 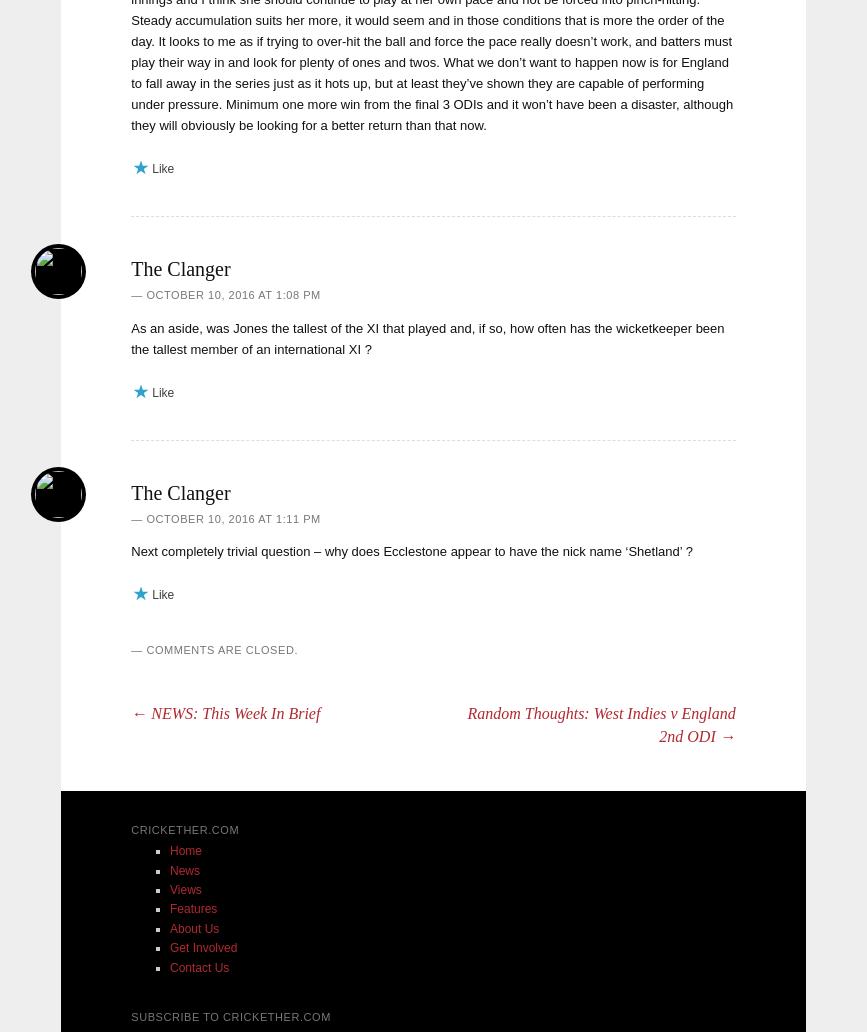 I want to click on 'Comments are closed.', so click(x=146, y=648).